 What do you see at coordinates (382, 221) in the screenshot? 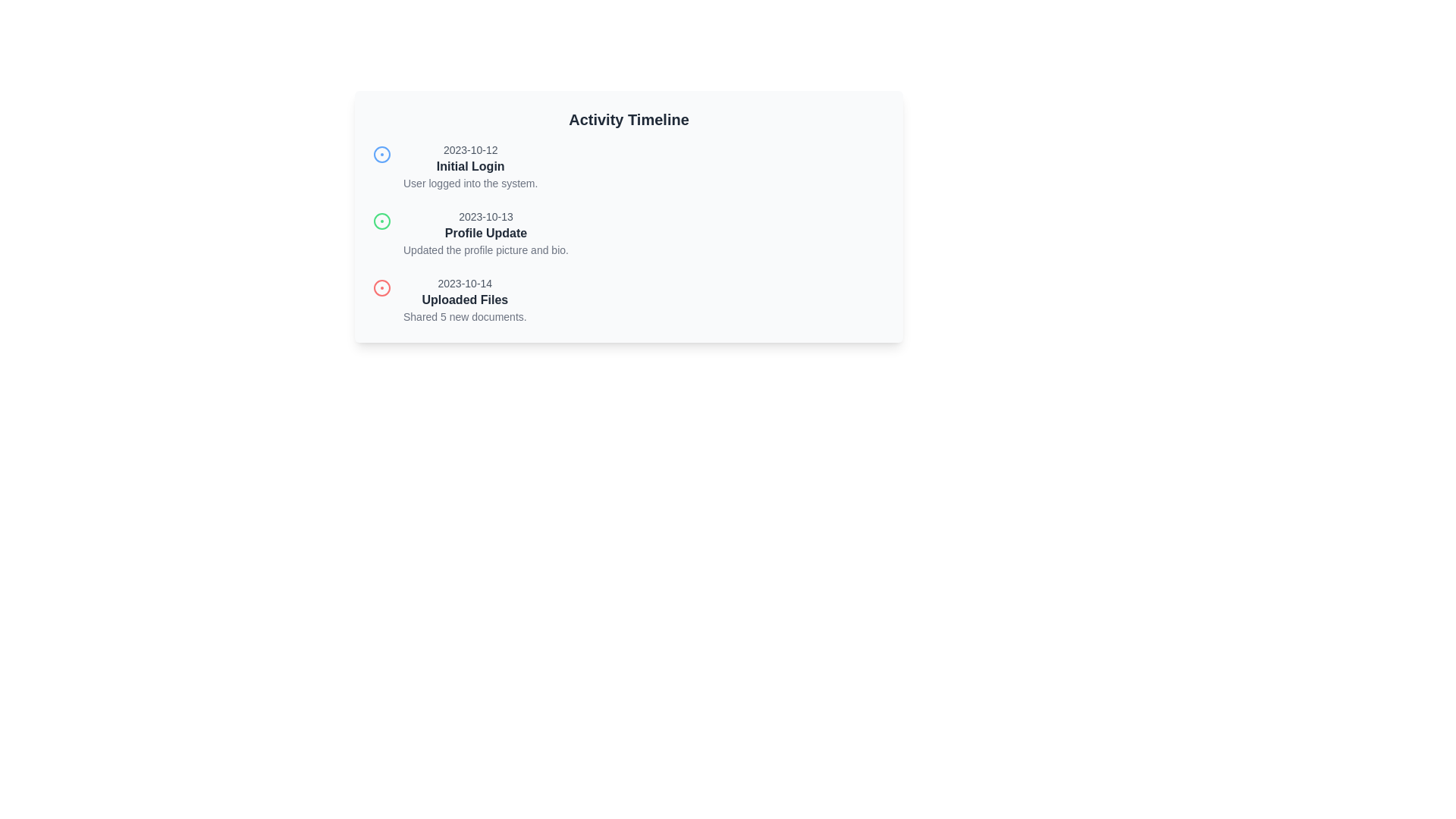
I see `the circular icon with a green outline and dot, which represents a progress indicator, located to the left of the 'Profile Update' text in the second row of the timeline component` at bounding box center [382, 221].